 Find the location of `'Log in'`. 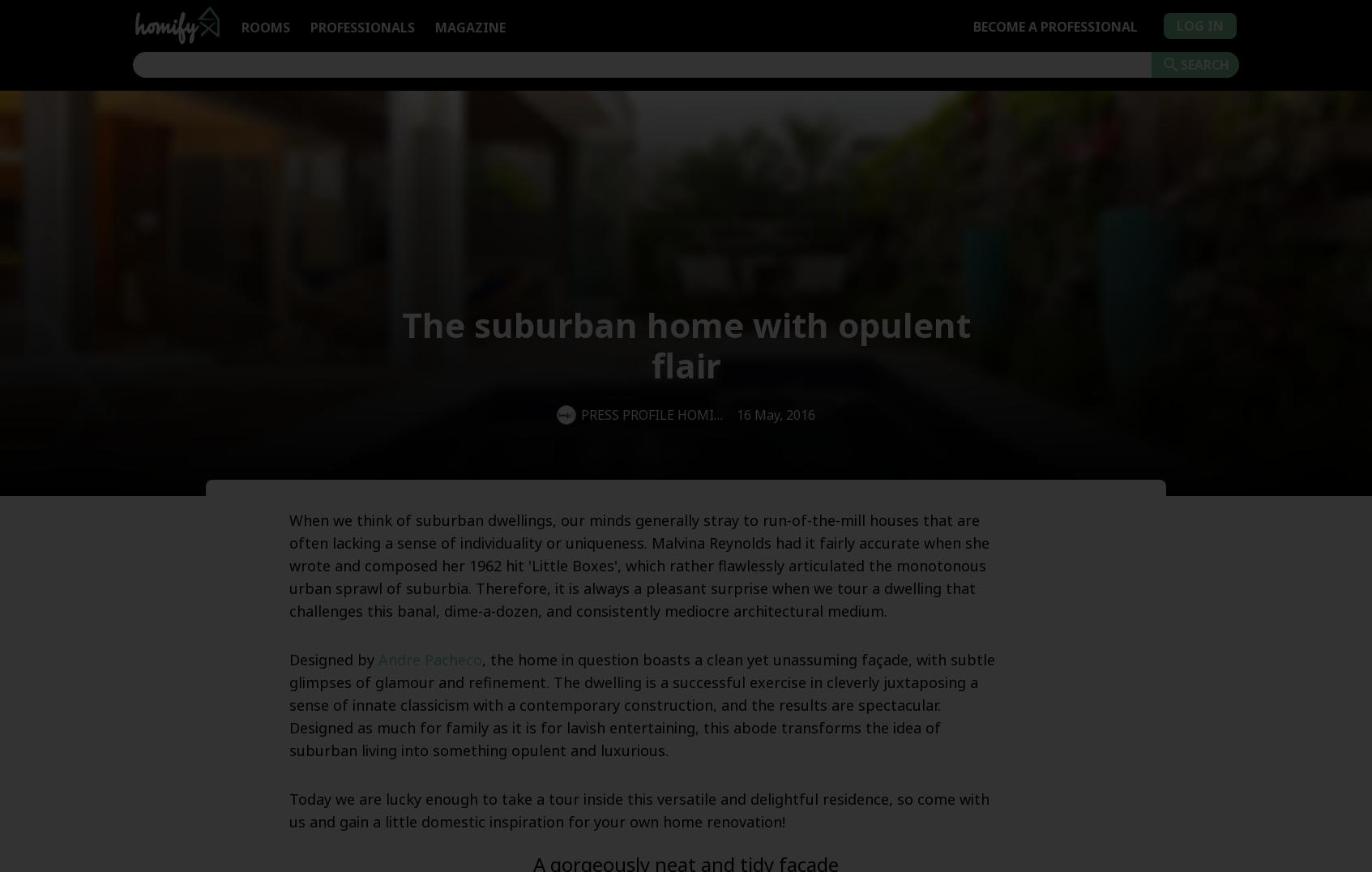

'Log in' is located at coordinates (1199, 24).